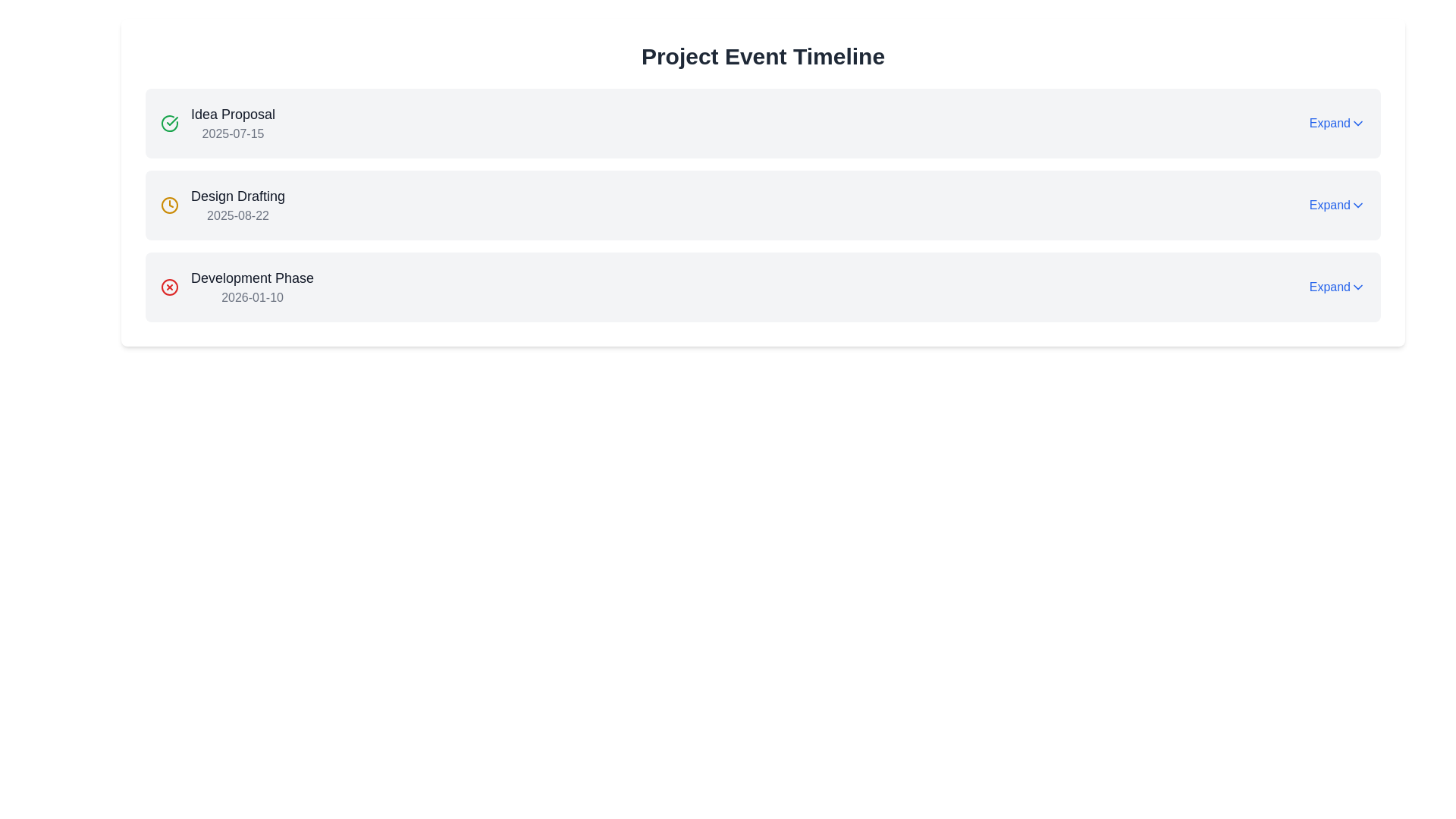  What do you see at coordinates (170, 122) in the screenshot?
I see `the status icon indicating 'completed' for the 'Idea Proposal' item, located adjacent to the text 'Idea Proposal' and the date '2025-07-15'` at bounding box center [170, 122].